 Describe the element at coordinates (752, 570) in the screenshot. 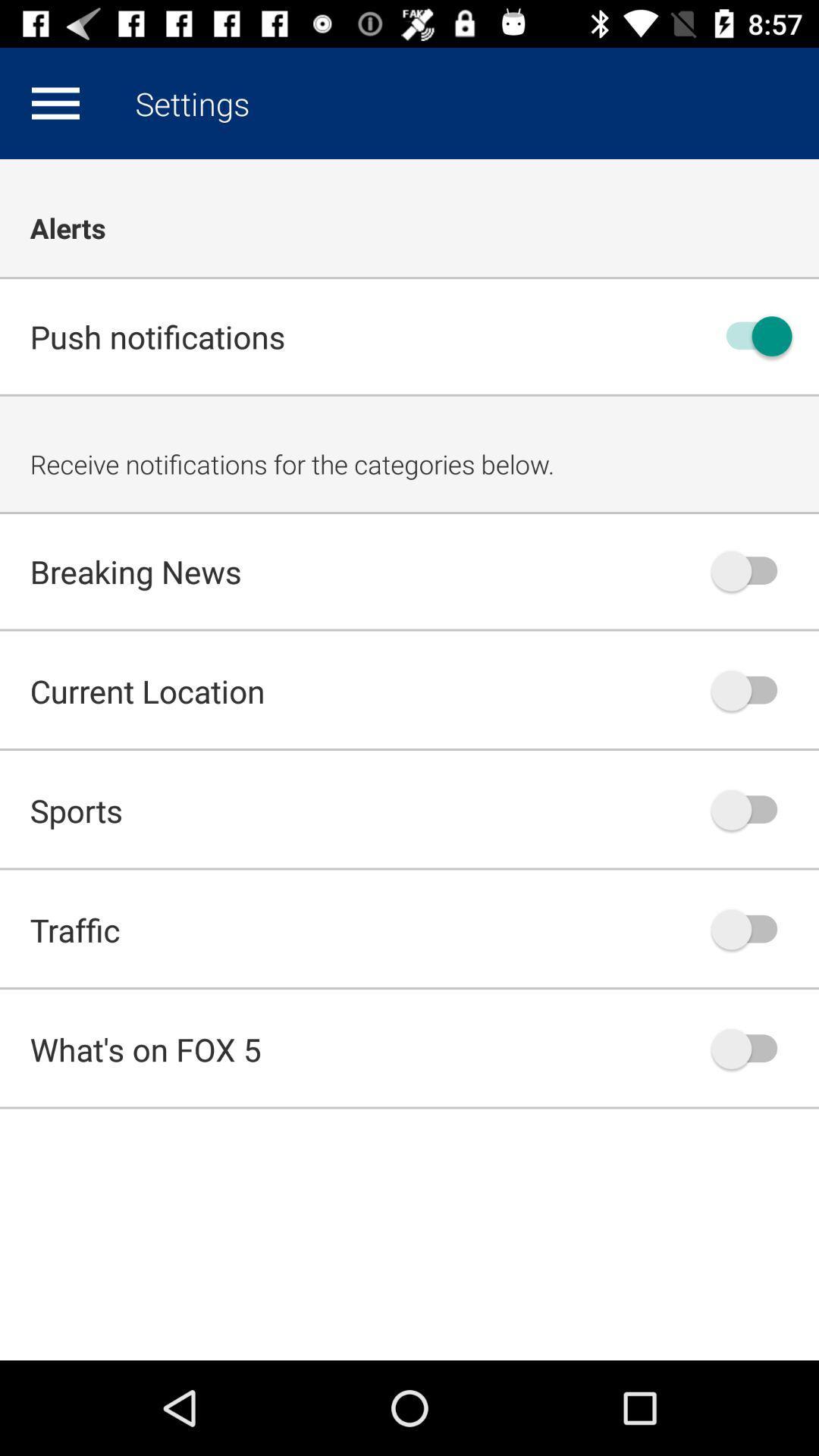

I see `breaking news` at that location.